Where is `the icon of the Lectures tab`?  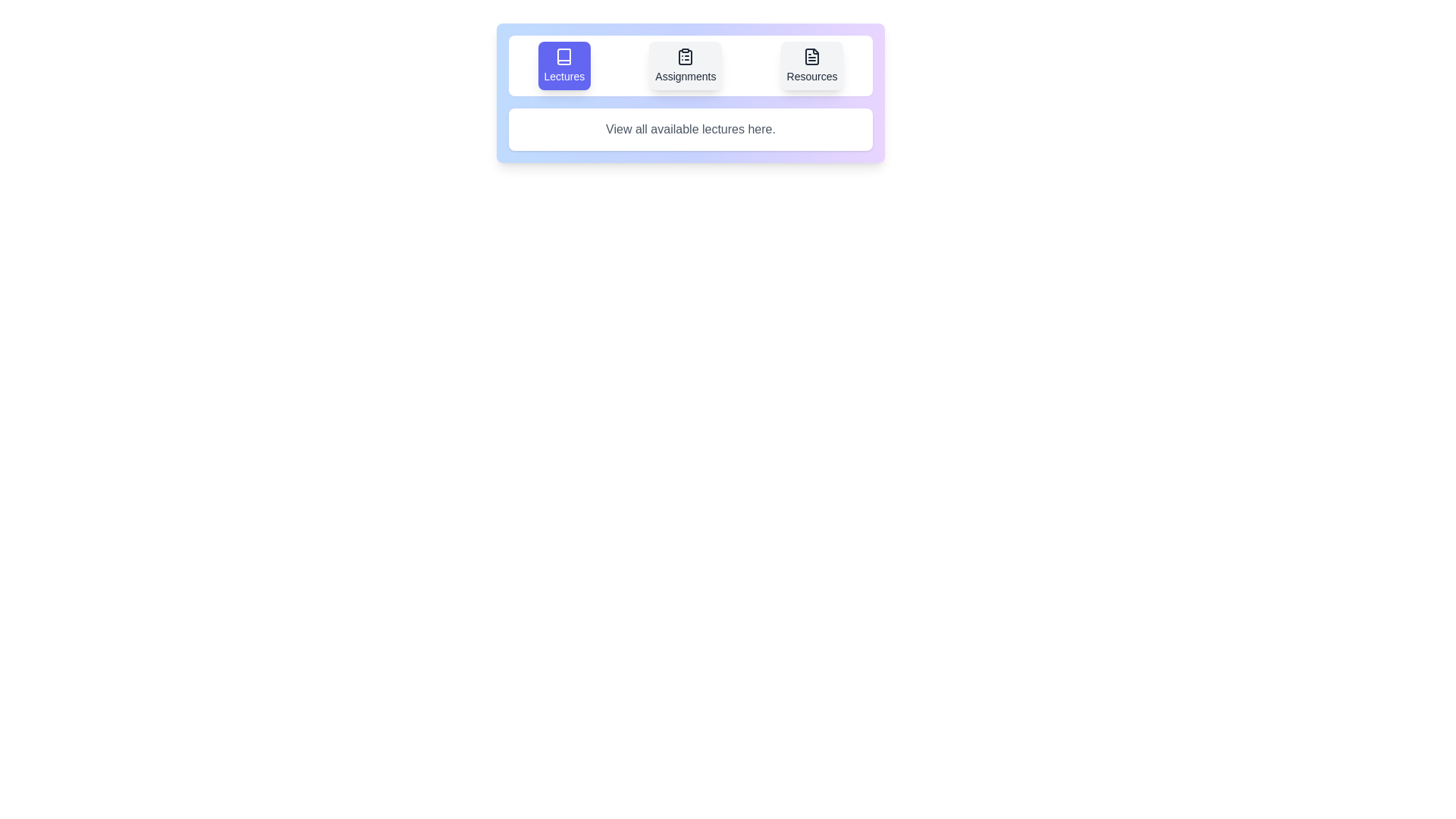 the icon of the Lectures tab is located at coordinates (563, 65).